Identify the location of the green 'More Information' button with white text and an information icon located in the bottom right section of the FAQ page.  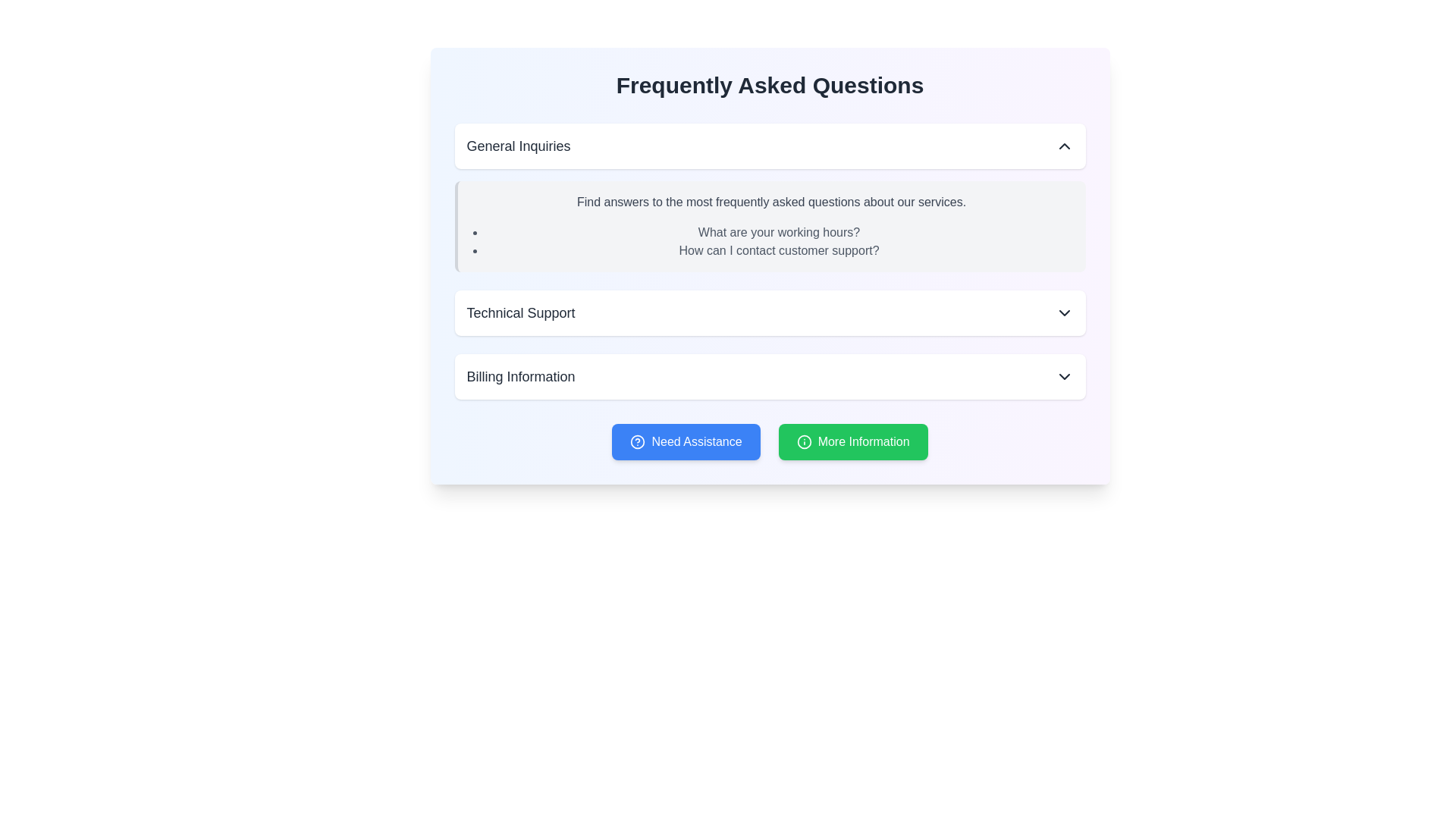
(853, 441).